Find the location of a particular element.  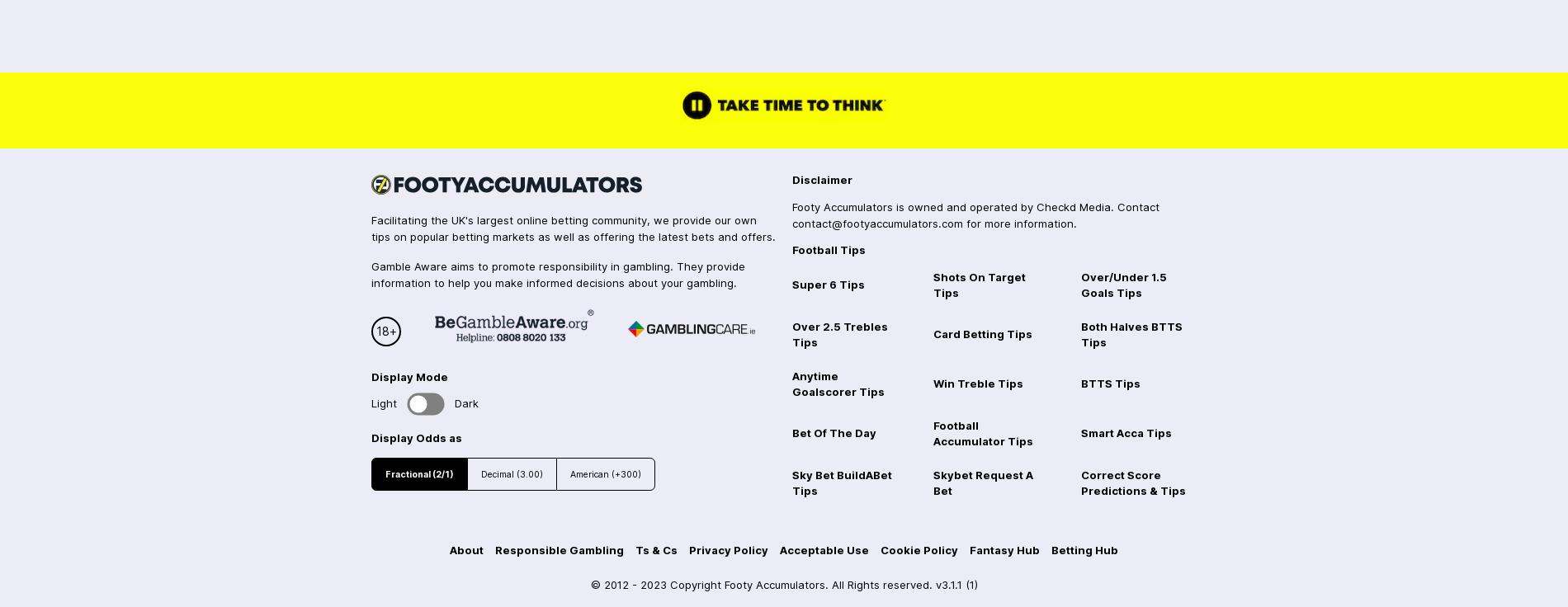

'© 2012 - 2023 Copyright Footy Accumulators. All Rights reserved. v3.1.1 (1)' is located at coordinates (588, 584).